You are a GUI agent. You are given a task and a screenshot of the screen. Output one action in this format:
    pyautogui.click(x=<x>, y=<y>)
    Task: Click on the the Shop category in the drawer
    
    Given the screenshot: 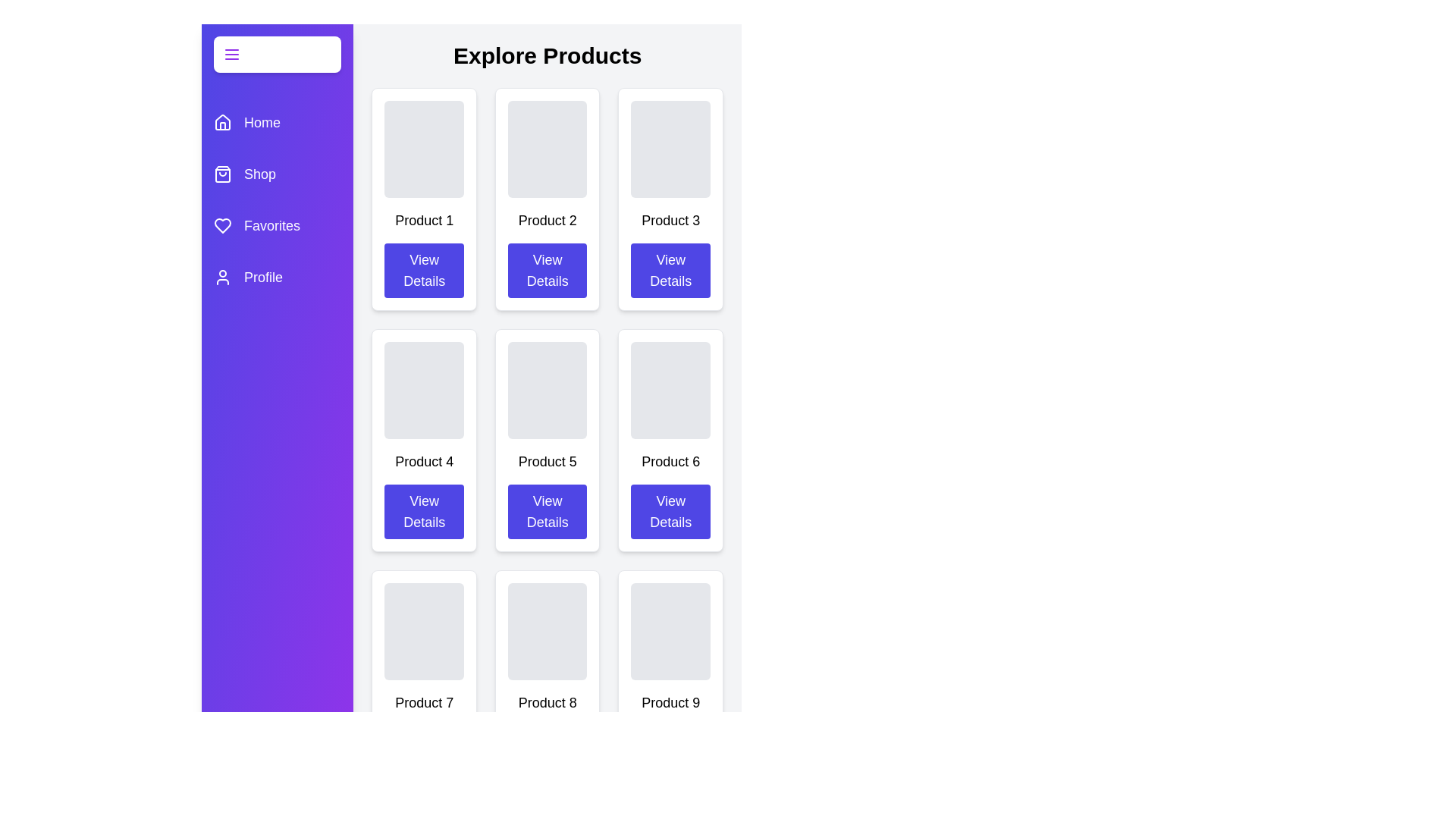 What is the action you would take?
    pyautogui.click(x=277, y=174)
    